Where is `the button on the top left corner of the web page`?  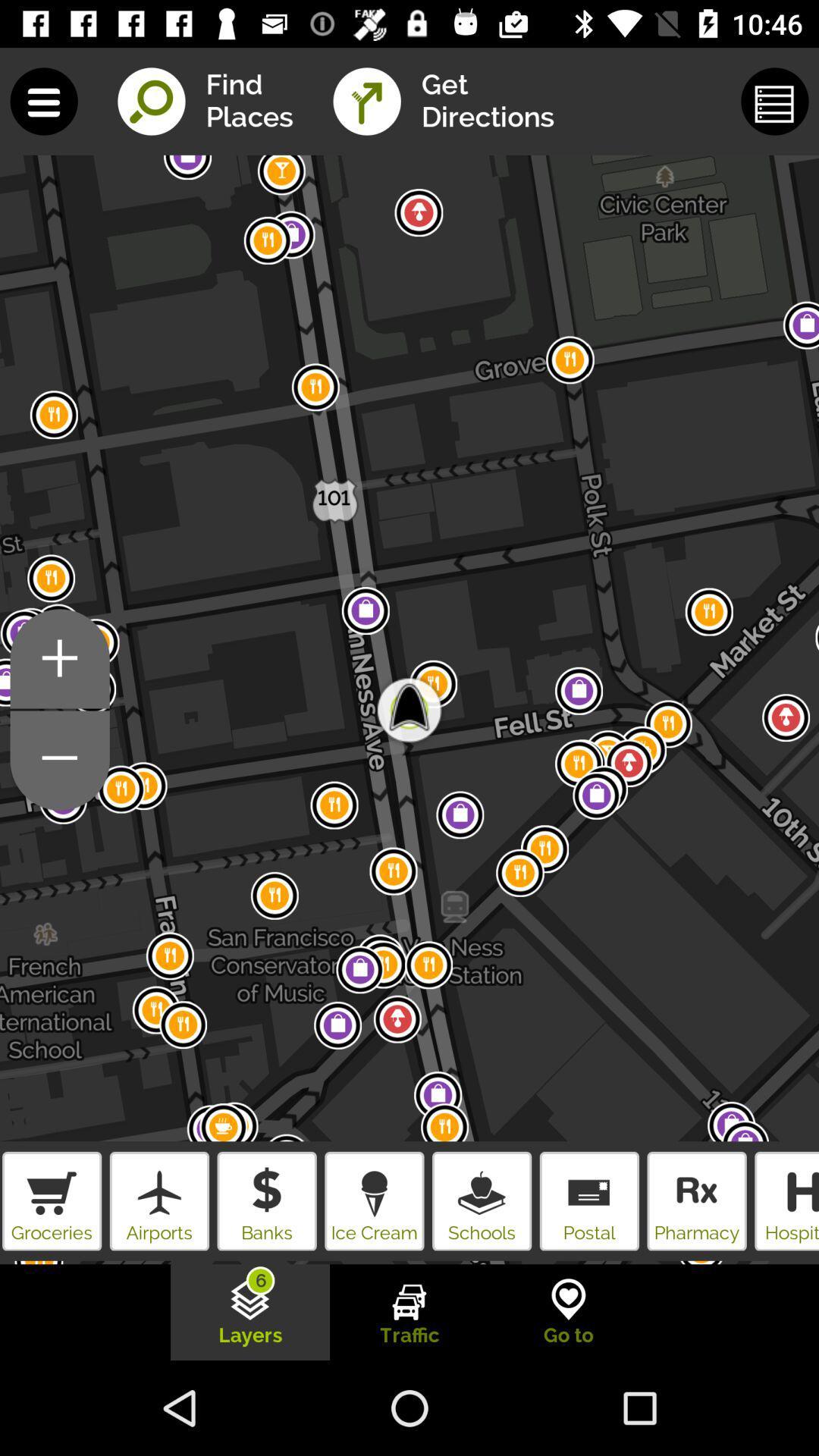
the button on the top left corner of the web page is located at coordinates (43, 101).